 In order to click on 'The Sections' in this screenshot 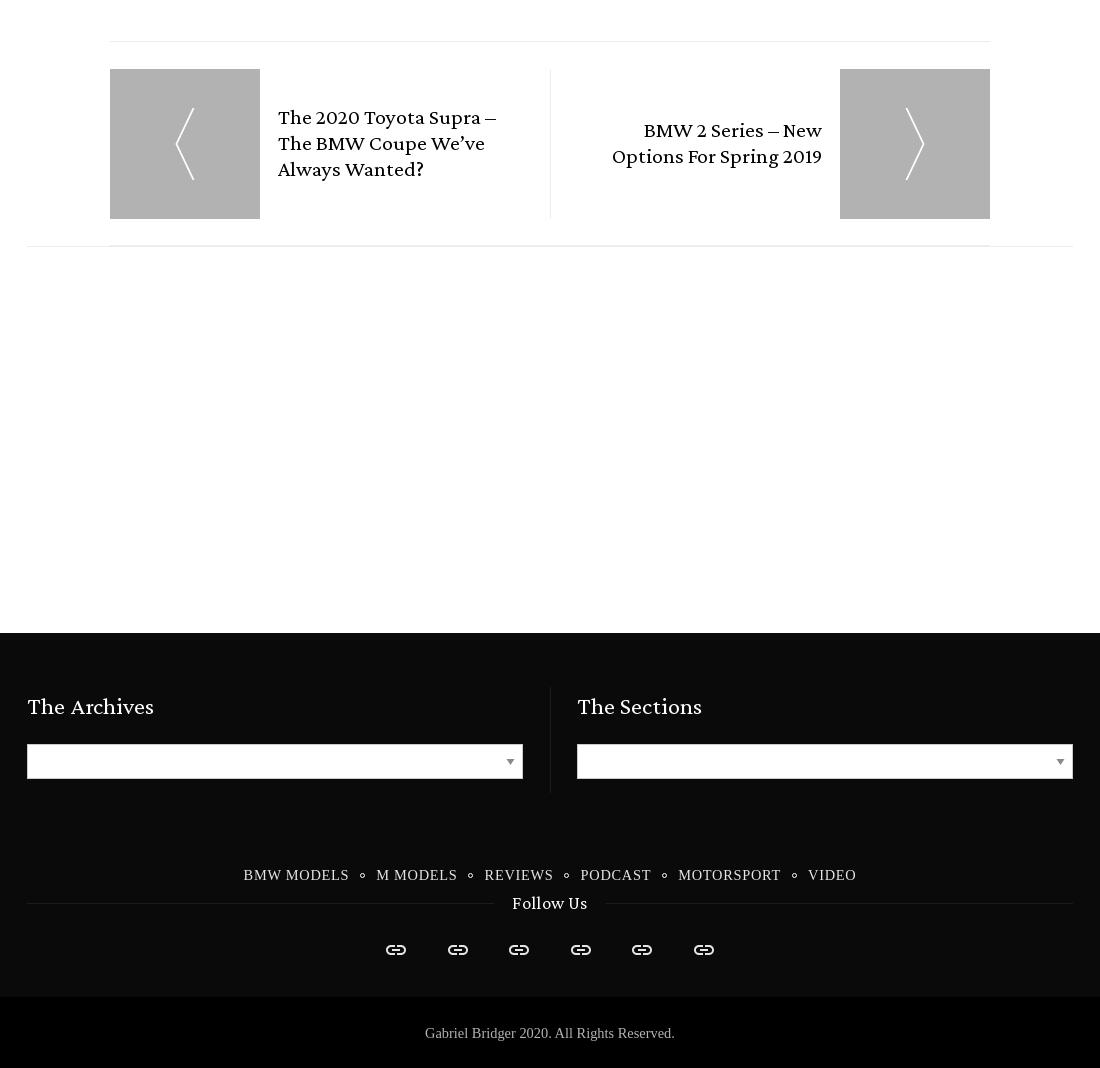, I will do `click(639, 708)`.